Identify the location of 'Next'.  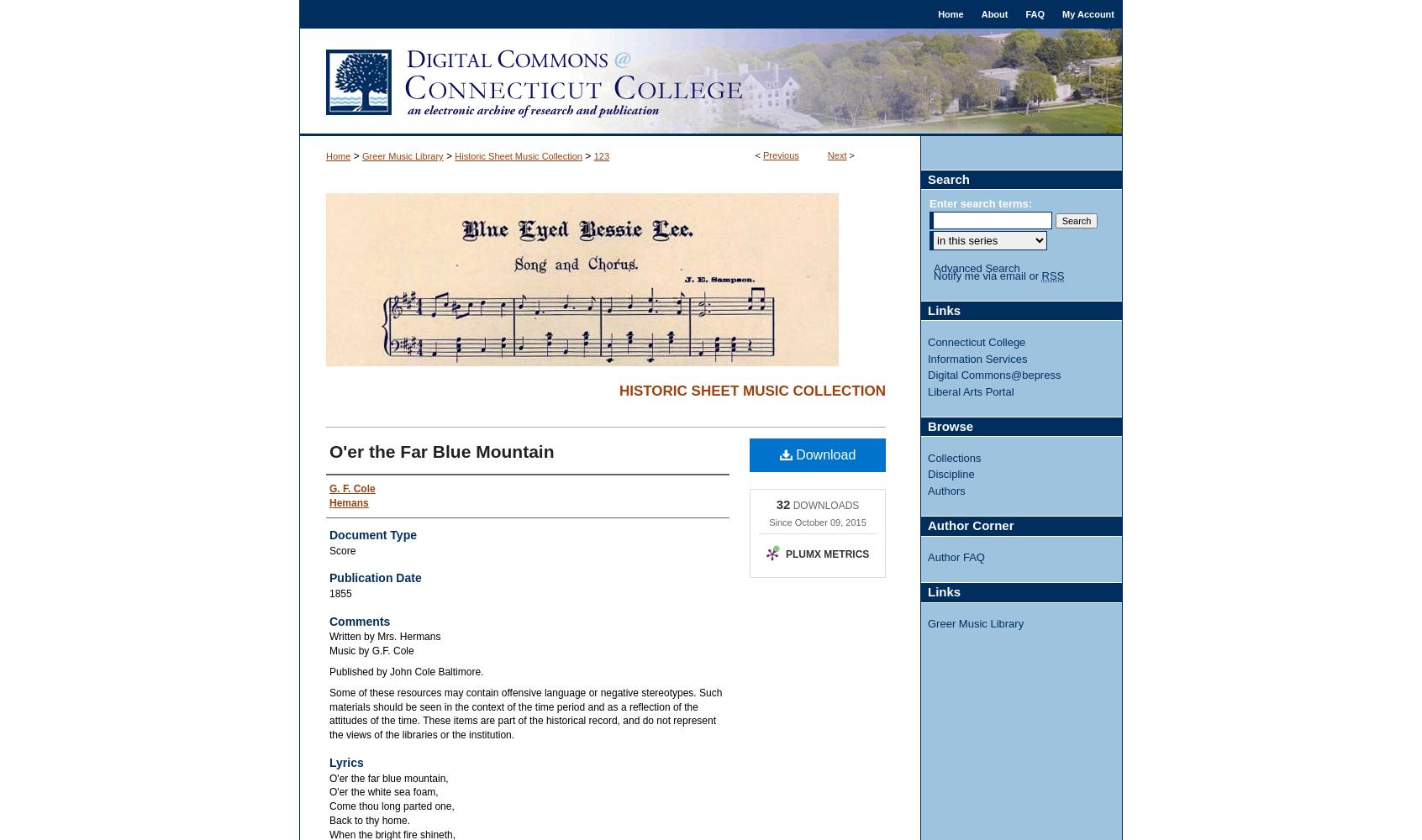
(827, 155).